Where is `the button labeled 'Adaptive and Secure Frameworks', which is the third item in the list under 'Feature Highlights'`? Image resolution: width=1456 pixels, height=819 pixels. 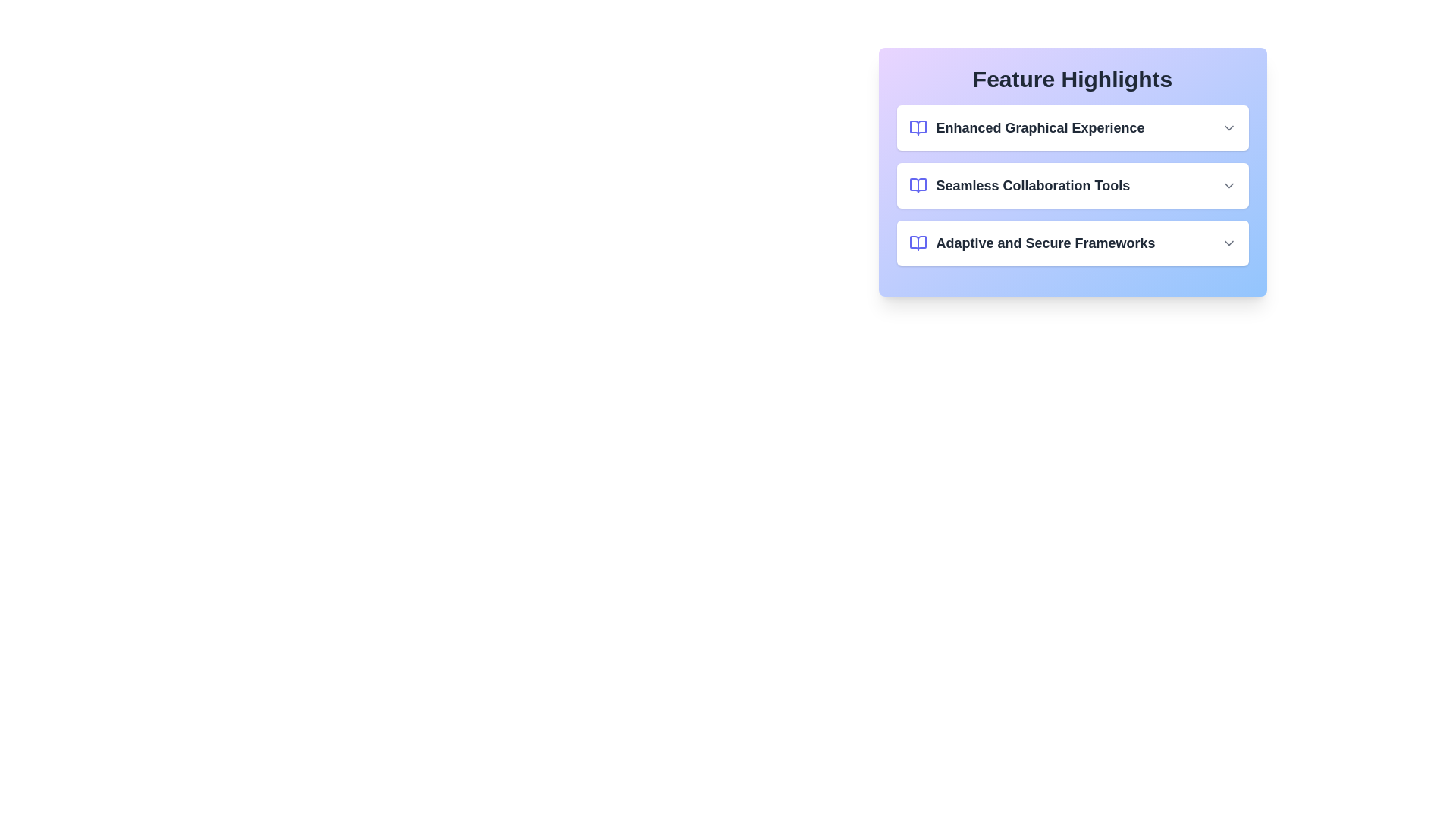 the button labeled 'Adaptive and Secure Frameworks', which is the third item in the list under 'Feature Highlights' is located at coordinates (1072, 242).